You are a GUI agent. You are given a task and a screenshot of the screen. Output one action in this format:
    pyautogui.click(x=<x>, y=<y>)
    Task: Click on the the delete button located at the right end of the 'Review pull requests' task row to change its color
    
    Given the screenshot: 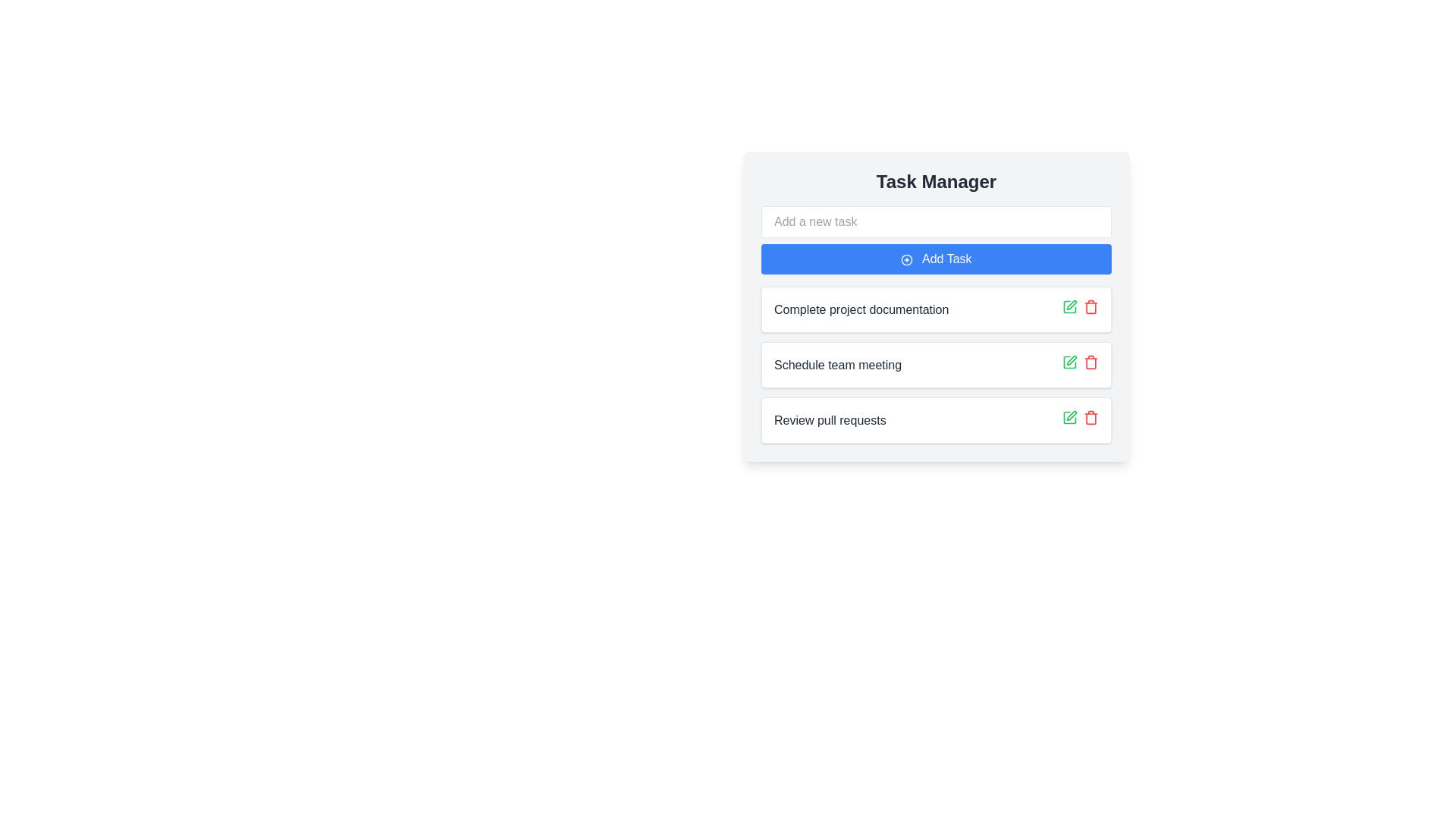 What is the action you would take?
    pyautogui.click(x=1090, y=418)
    